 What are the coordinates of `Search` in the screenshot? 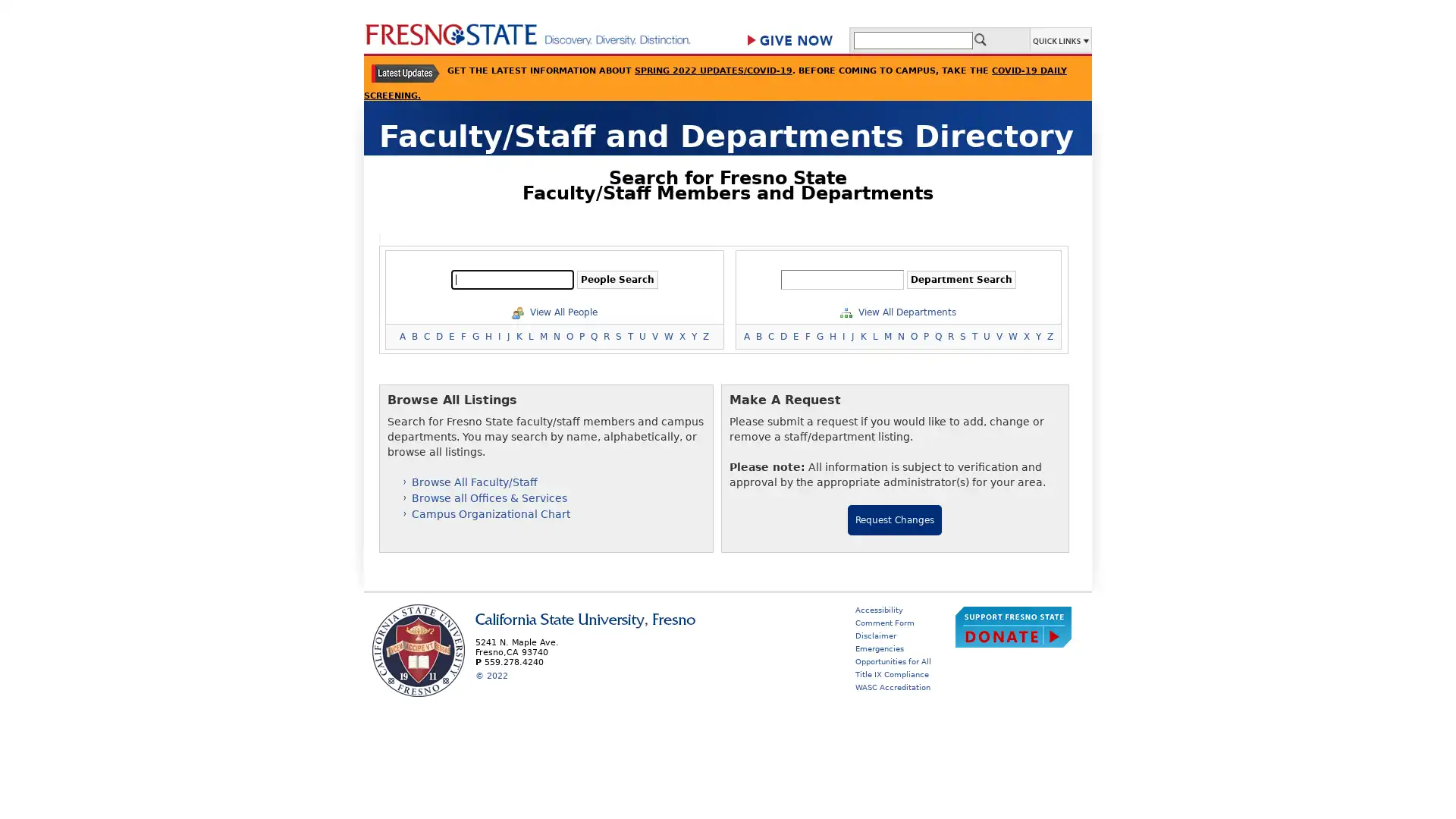 It's located at (979, 38).